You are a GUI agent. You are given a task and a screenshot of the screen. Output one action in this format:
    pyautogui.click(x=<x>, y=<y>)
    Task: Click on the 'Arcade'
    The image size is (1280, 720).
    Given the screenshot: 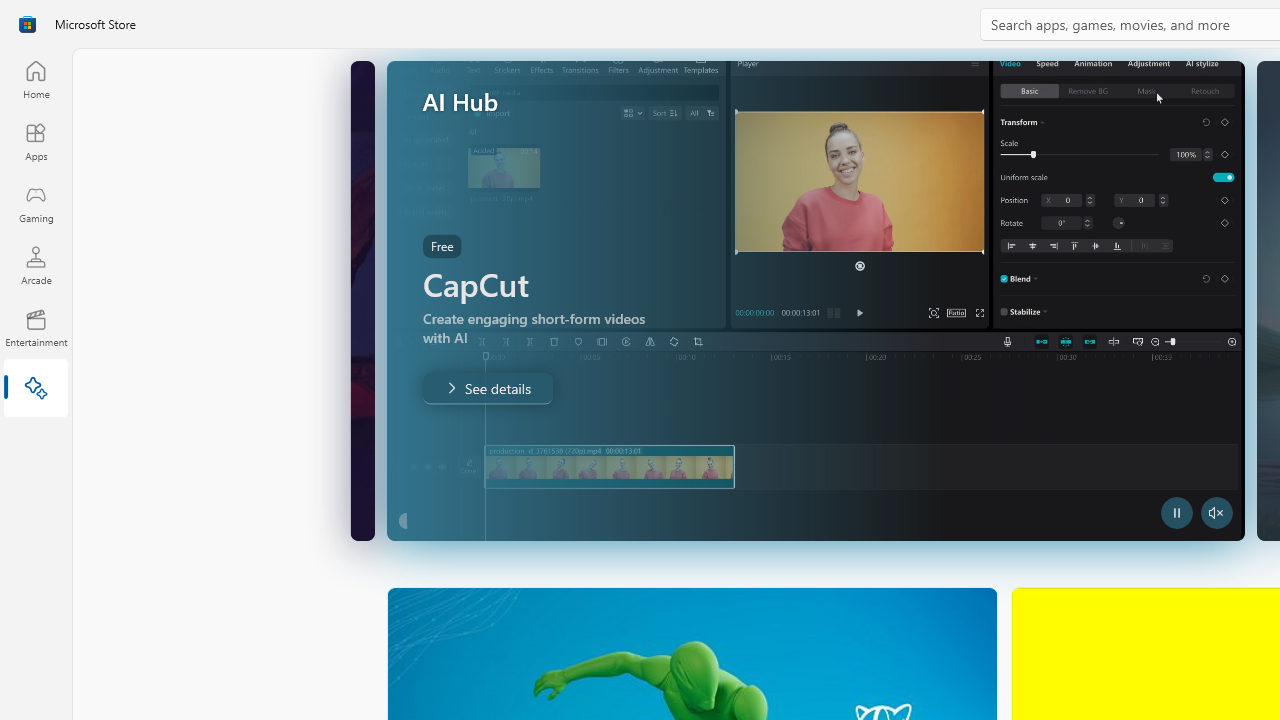 What is the action you would take?
    pyautogui.click(x=35, y=264)
    